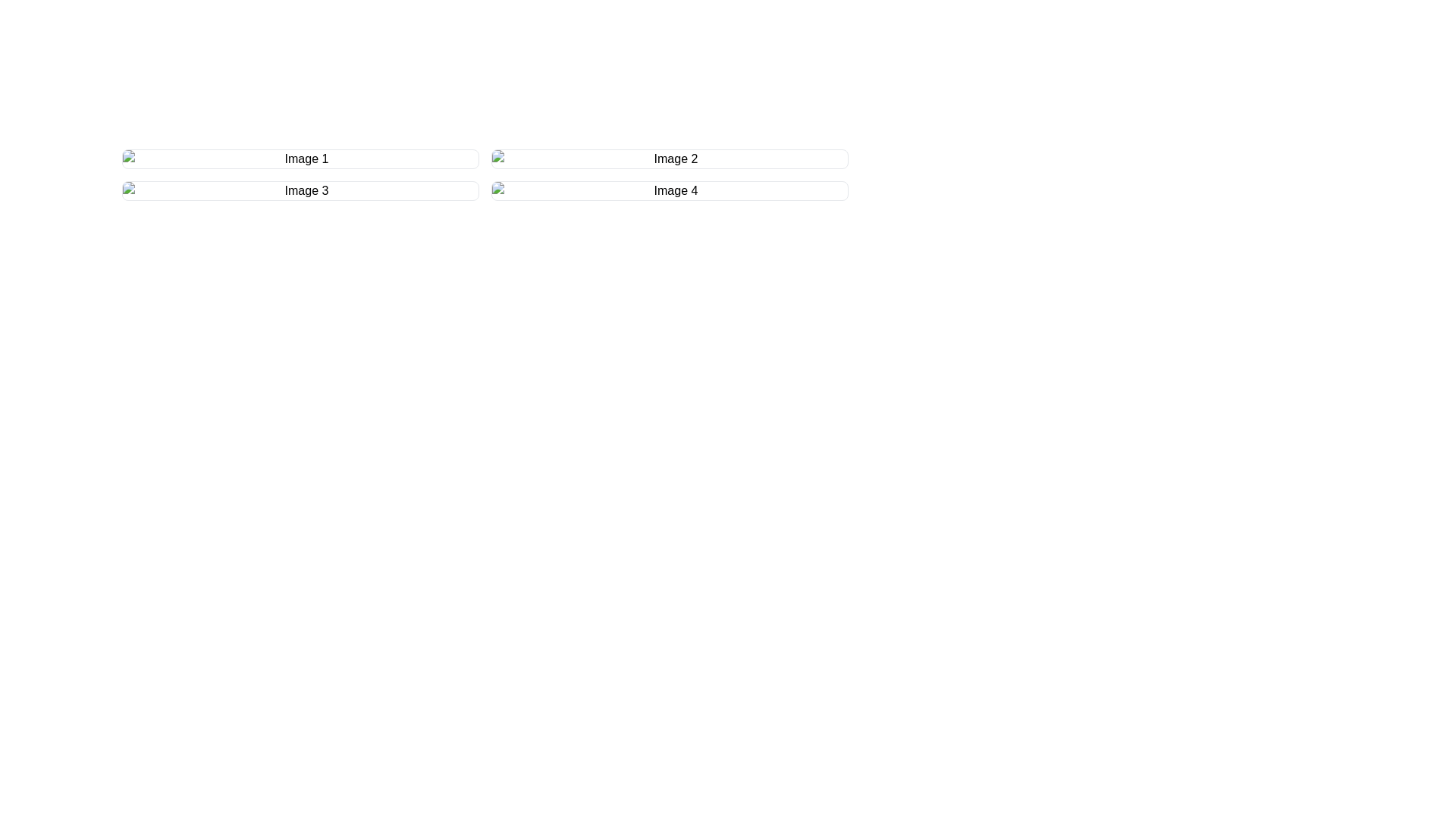 This screenshot has height=819, width=1456. I want to click on the fourth interactive card in a 2x2 grid layout, so click(669, 190).